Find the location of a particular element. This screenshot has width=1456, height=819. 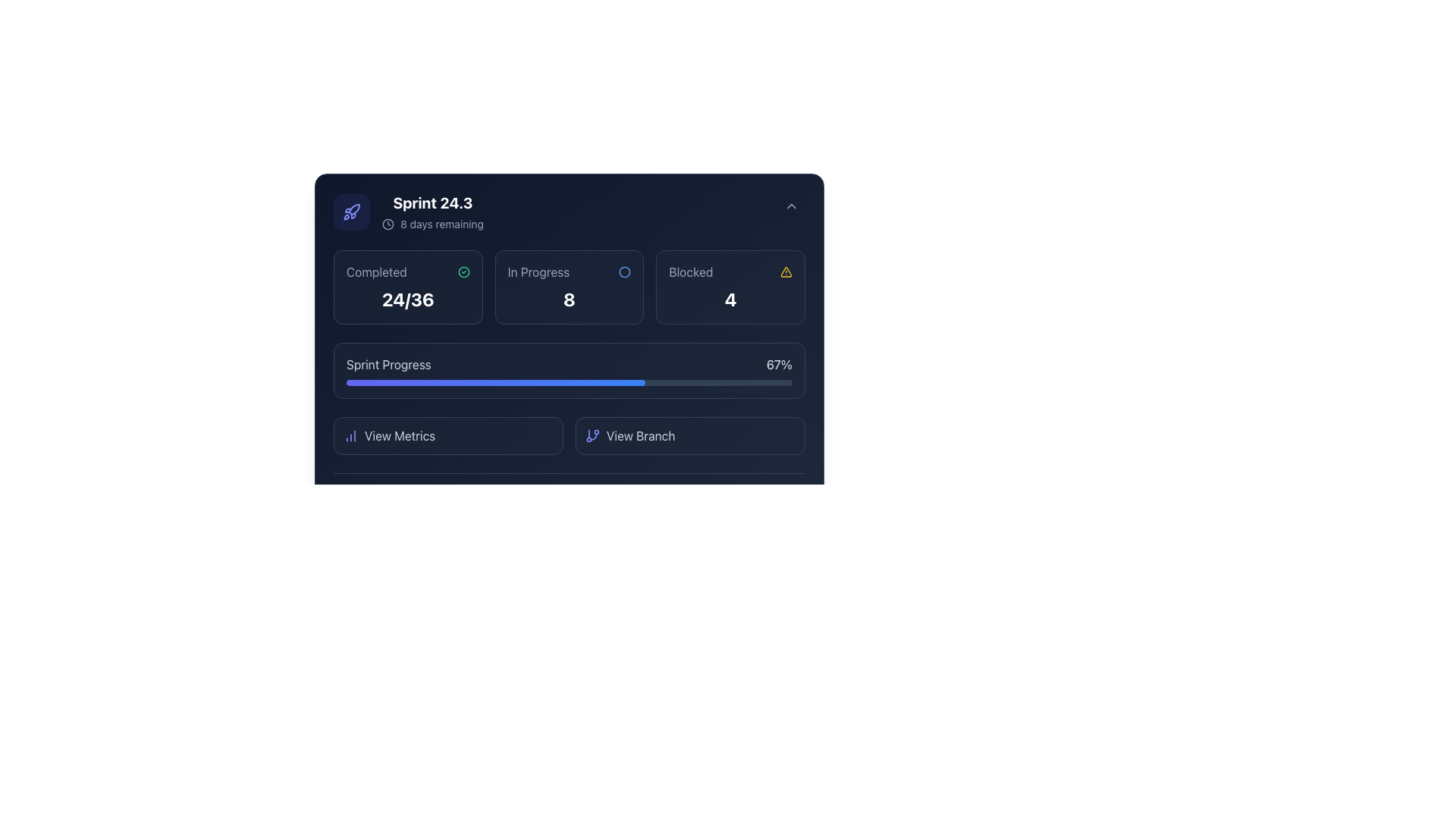

the middle panel that displays the count of items currently in progress within the sprint to show more detailed information is located at coordinates (568, 287).